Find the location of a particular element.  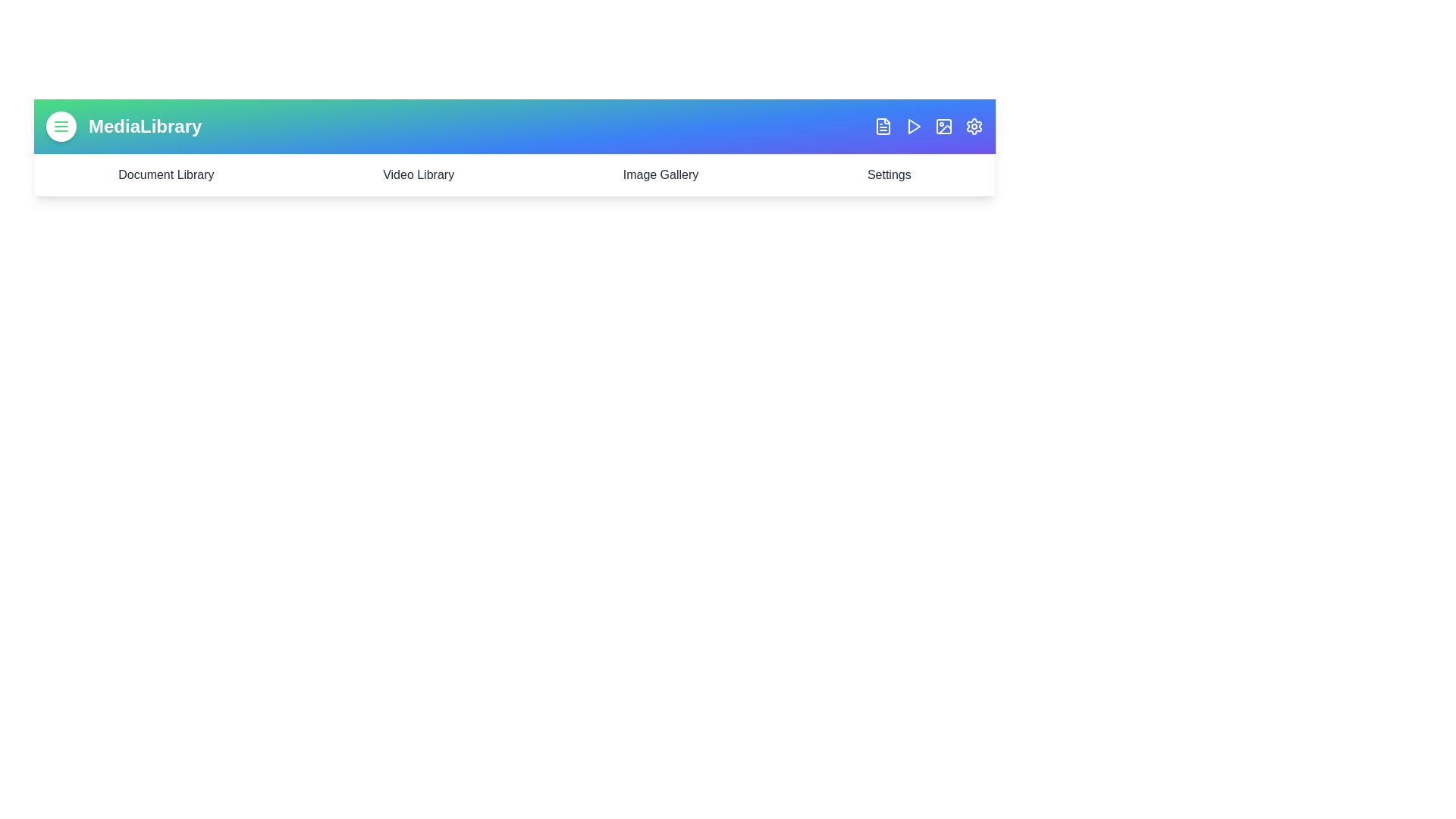

the 'Document Library' link to navigate to the respective section is located at coordinates (166, 174).